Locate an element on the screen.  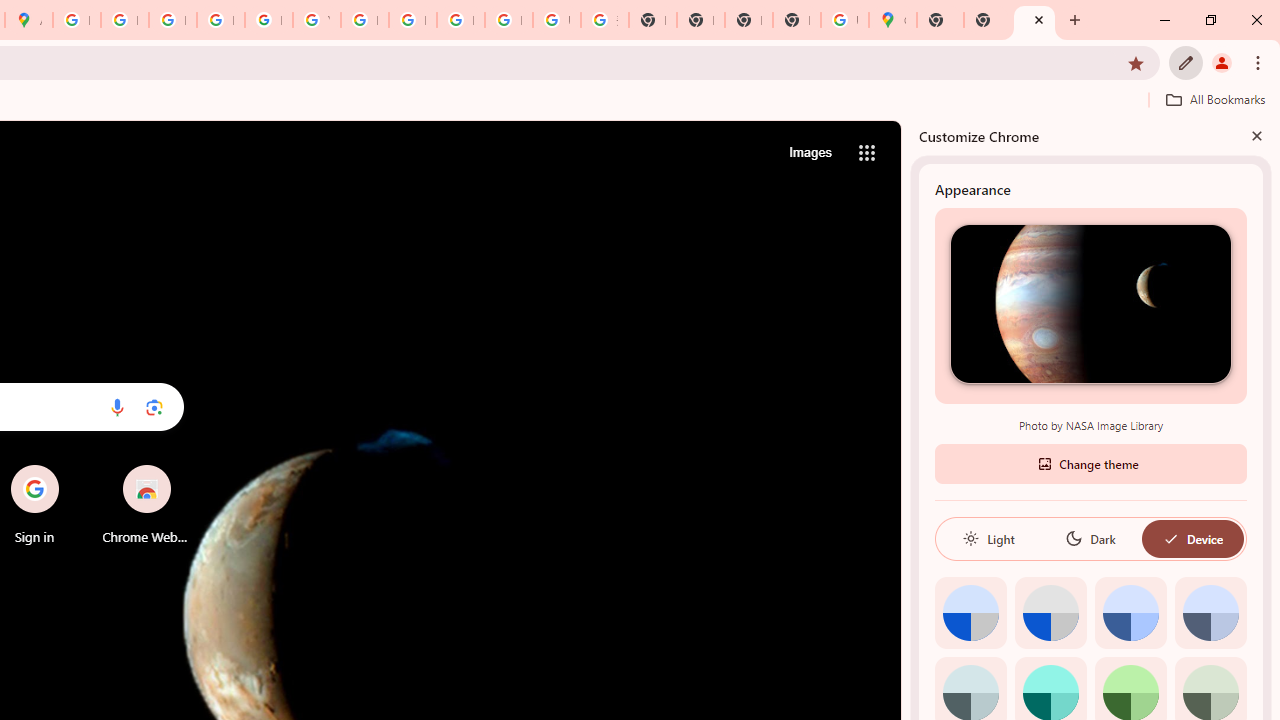
'Dark' is located at coordinates (1089, 537).